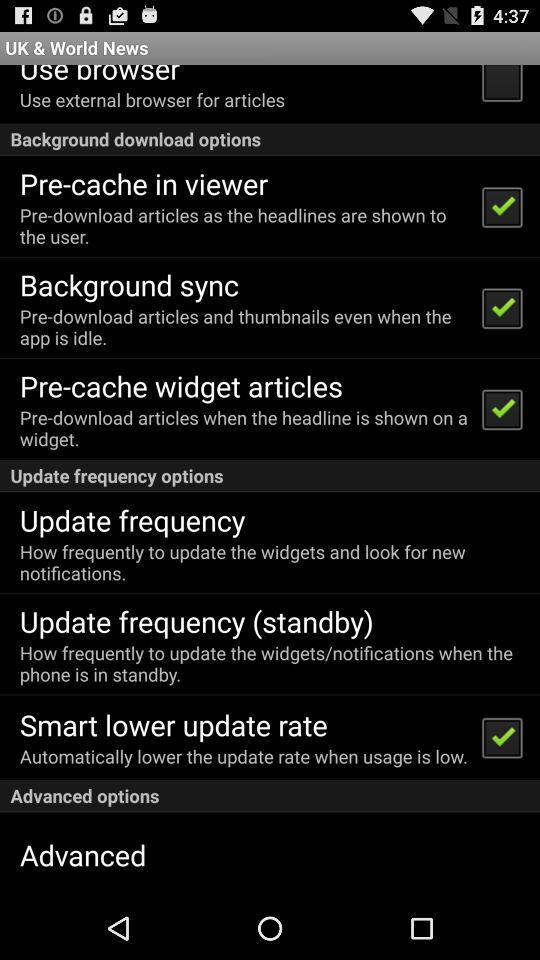 The height and width of the screenshot is (960, 540). I want to click on item above advanced icon, so click(270, 796).